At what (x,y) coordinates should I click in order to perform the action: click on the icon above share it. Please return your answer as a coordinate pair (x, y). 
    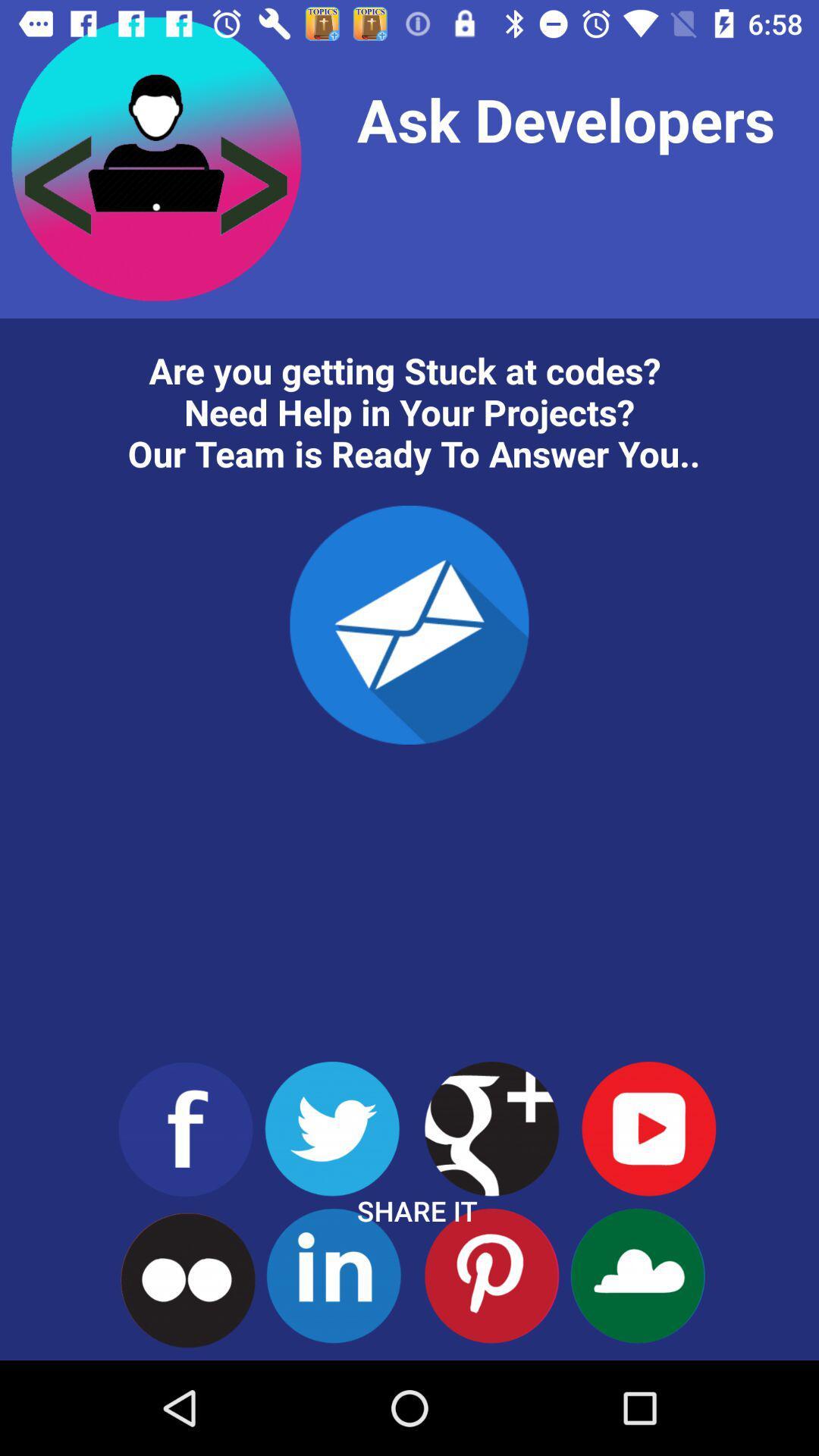
    Looking at the image, I should click on (409, 625).